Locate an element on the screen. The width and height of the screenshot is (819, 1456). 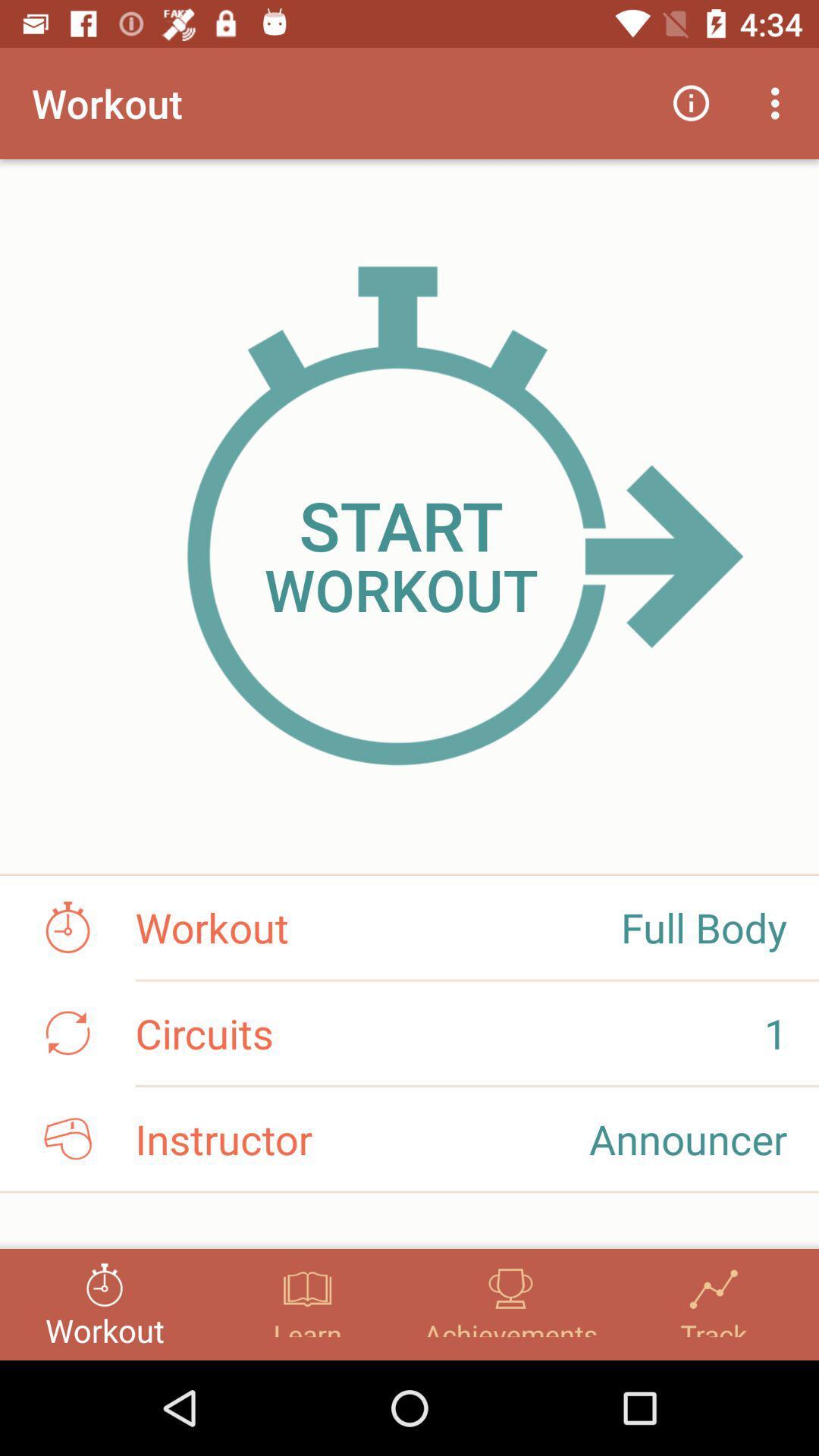
icon to the right of the workout icon is located at coordinates (691, 102).